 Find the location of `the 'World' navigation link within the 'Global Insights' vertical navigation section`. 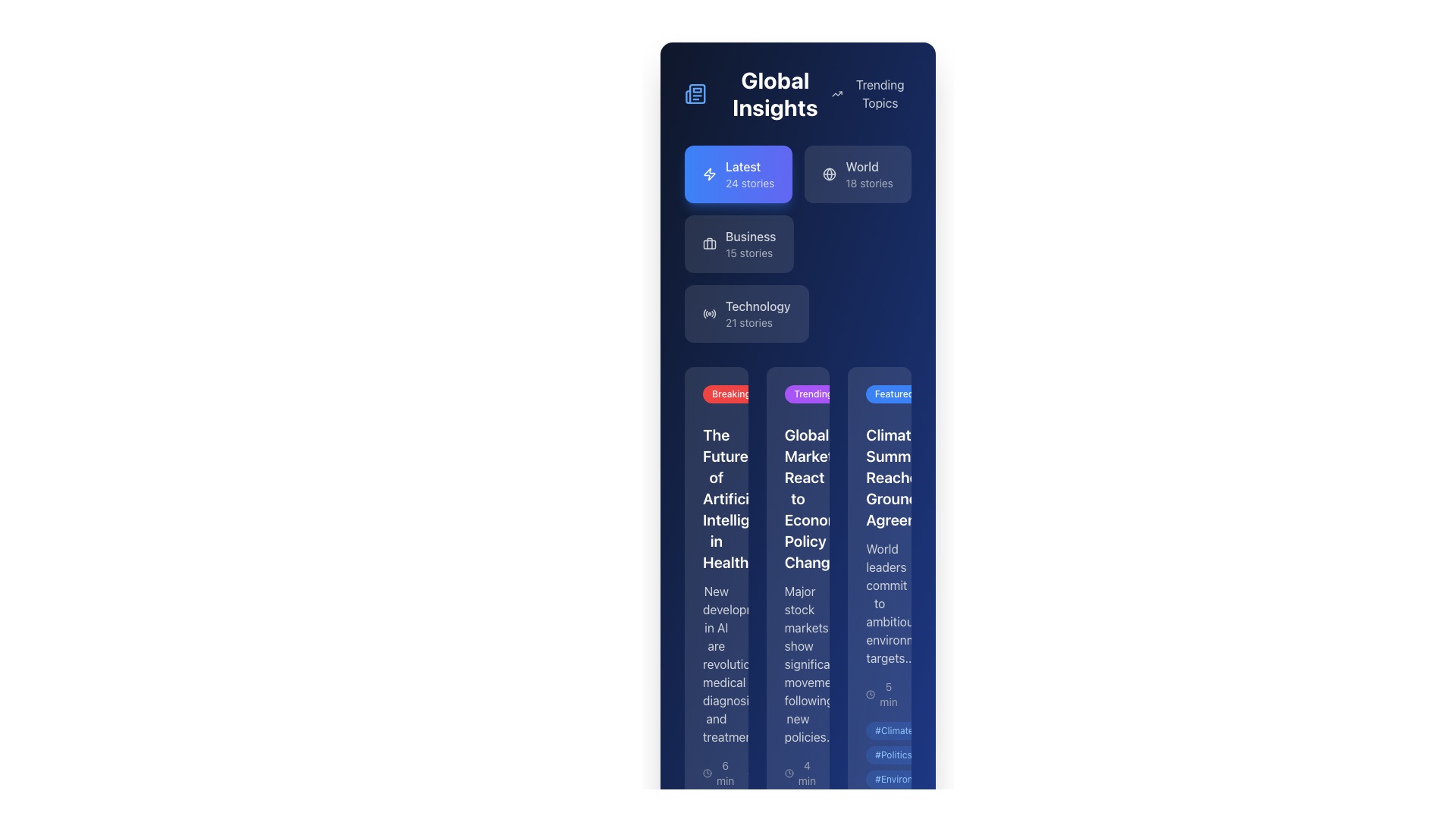

the 'World' navigation link within the 'Global Insights' vertical navigation section is located at coordinates (869, 174).